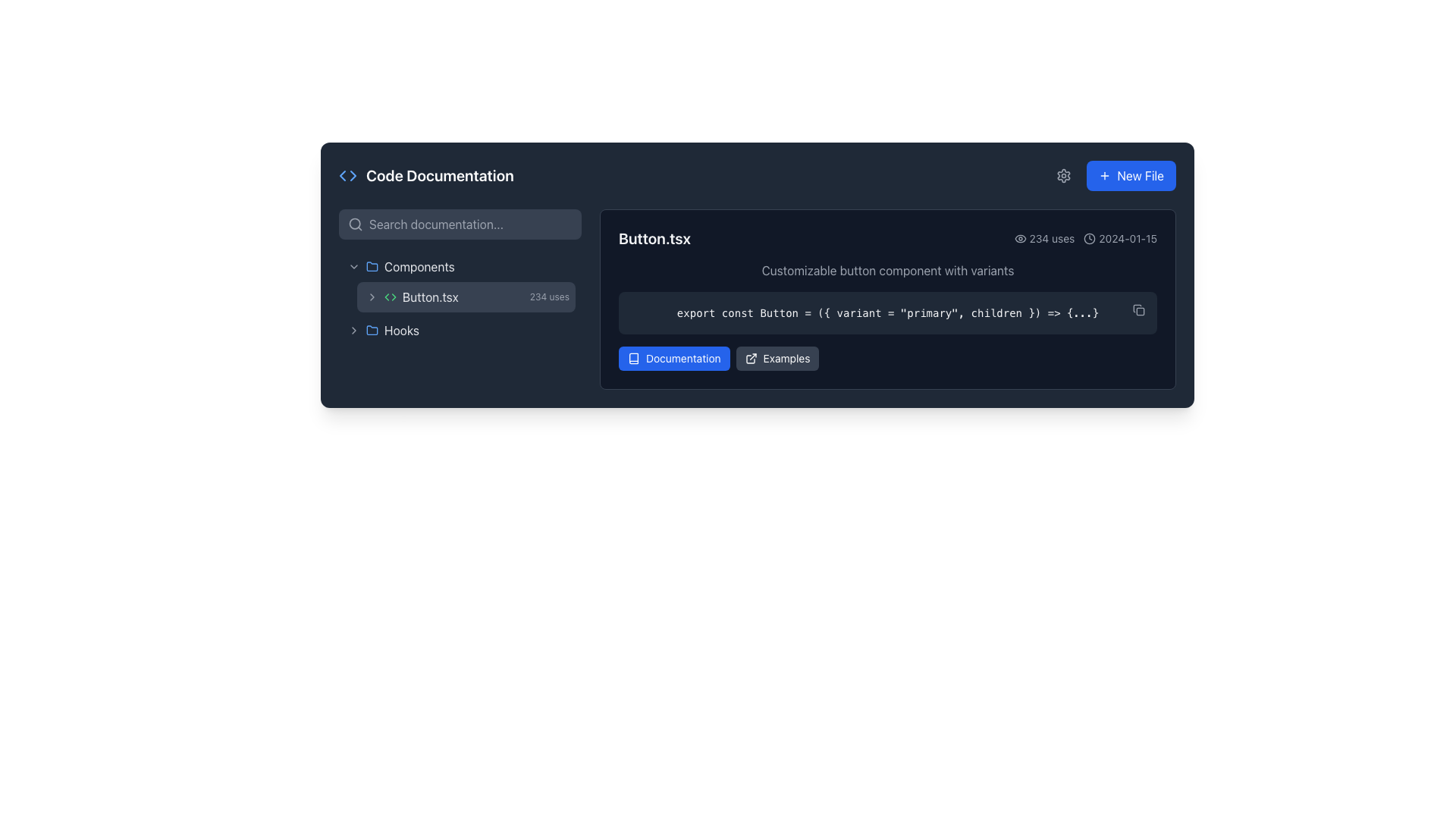  What do you see at coordinates (353, 329) in the screenshot?
I see `the chevron icon that serves as an interactive toggle for expanding or collapsing the 'Hooks' section, located at the start of the group associated with 'Hooks'` at bounding box center [353, 329].